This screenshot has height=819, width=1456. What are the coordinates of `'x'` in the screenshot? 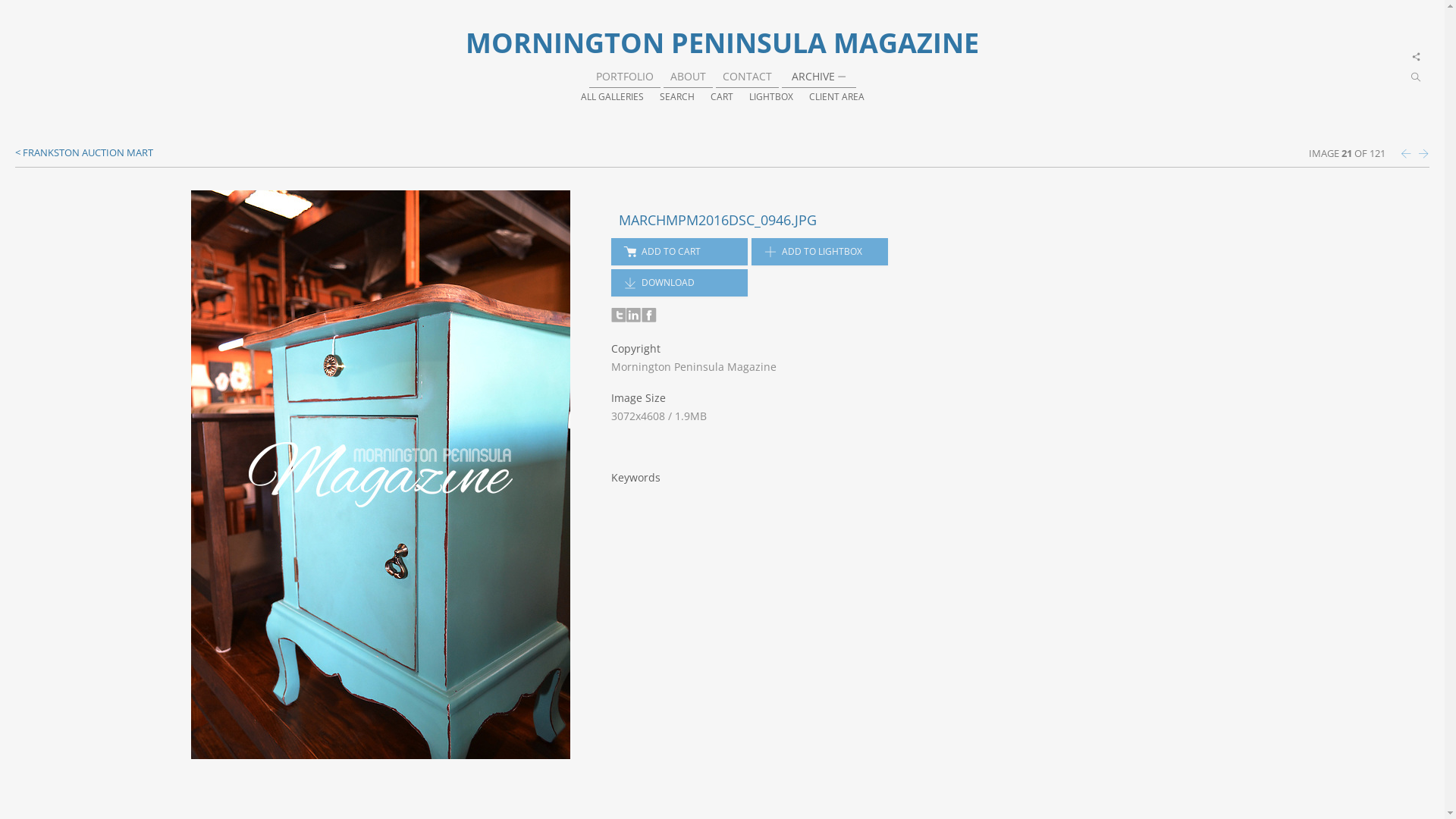 It's located at (1416, 56).